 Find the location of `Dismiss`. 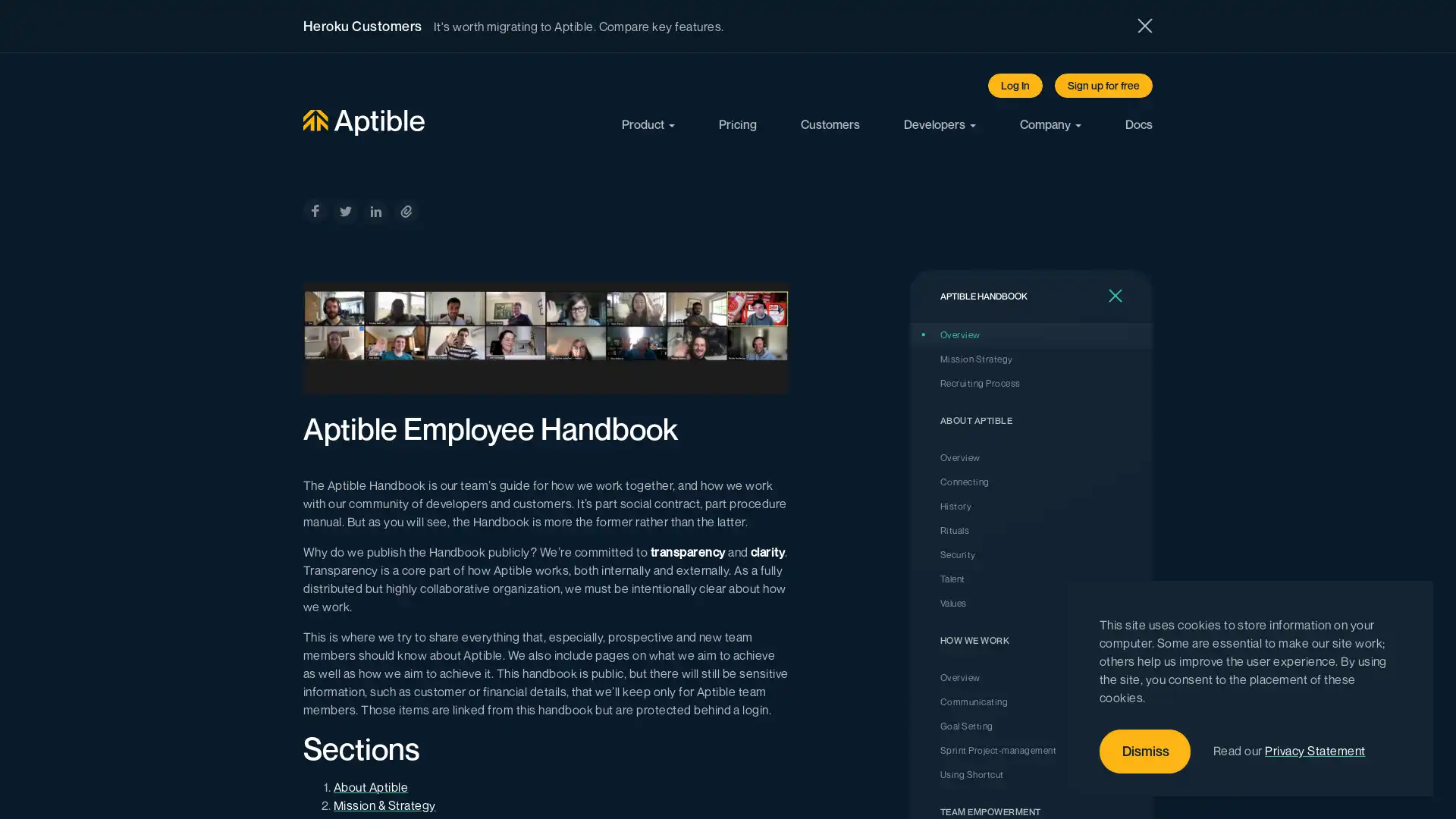

Dismiss is located at coordinates (1145, 752).